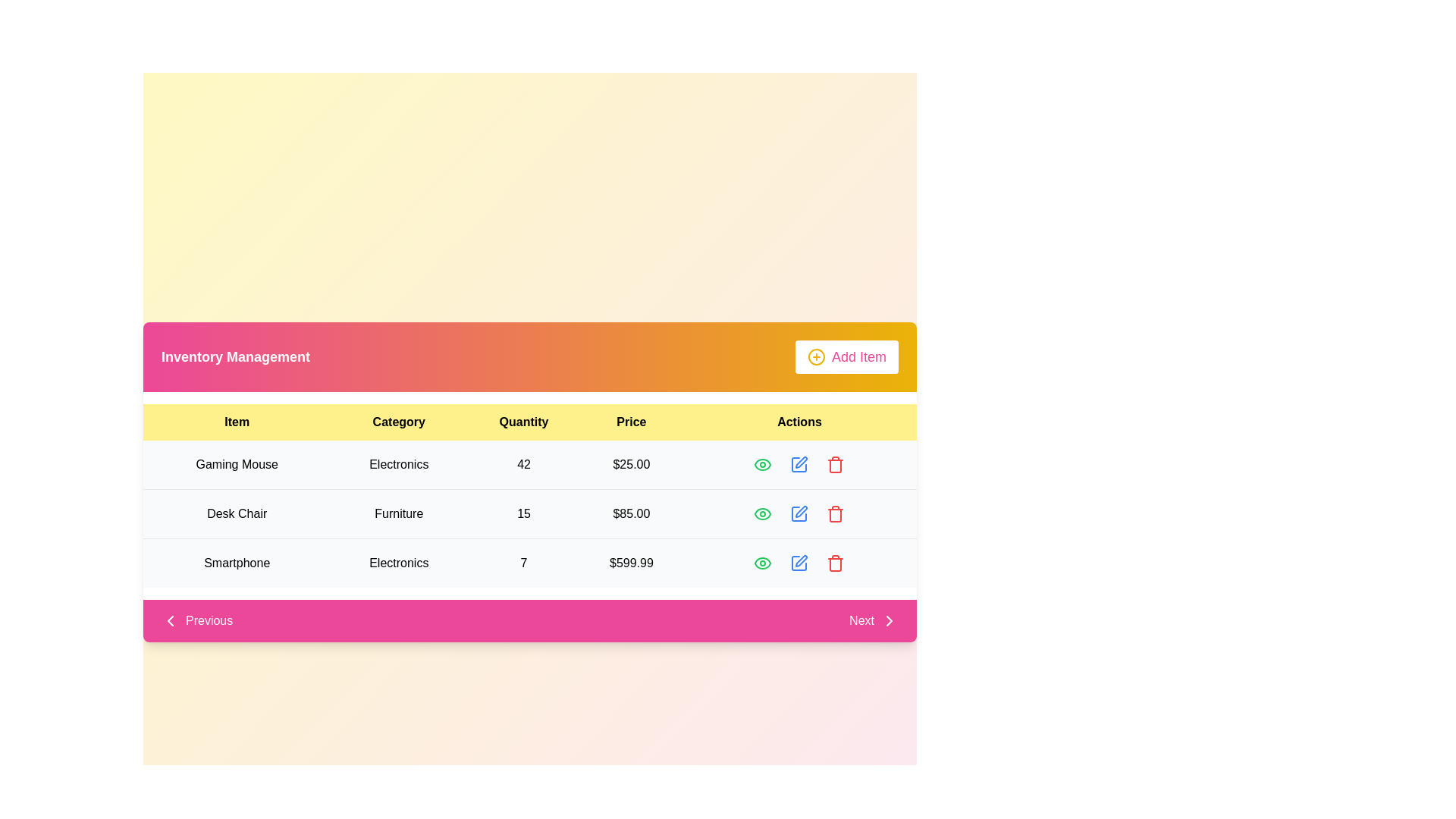 The width and height of the screenshot is (1456, 819). I want to click on the edit icon located in the Actions column of the third row in the table, so click(799, 563).